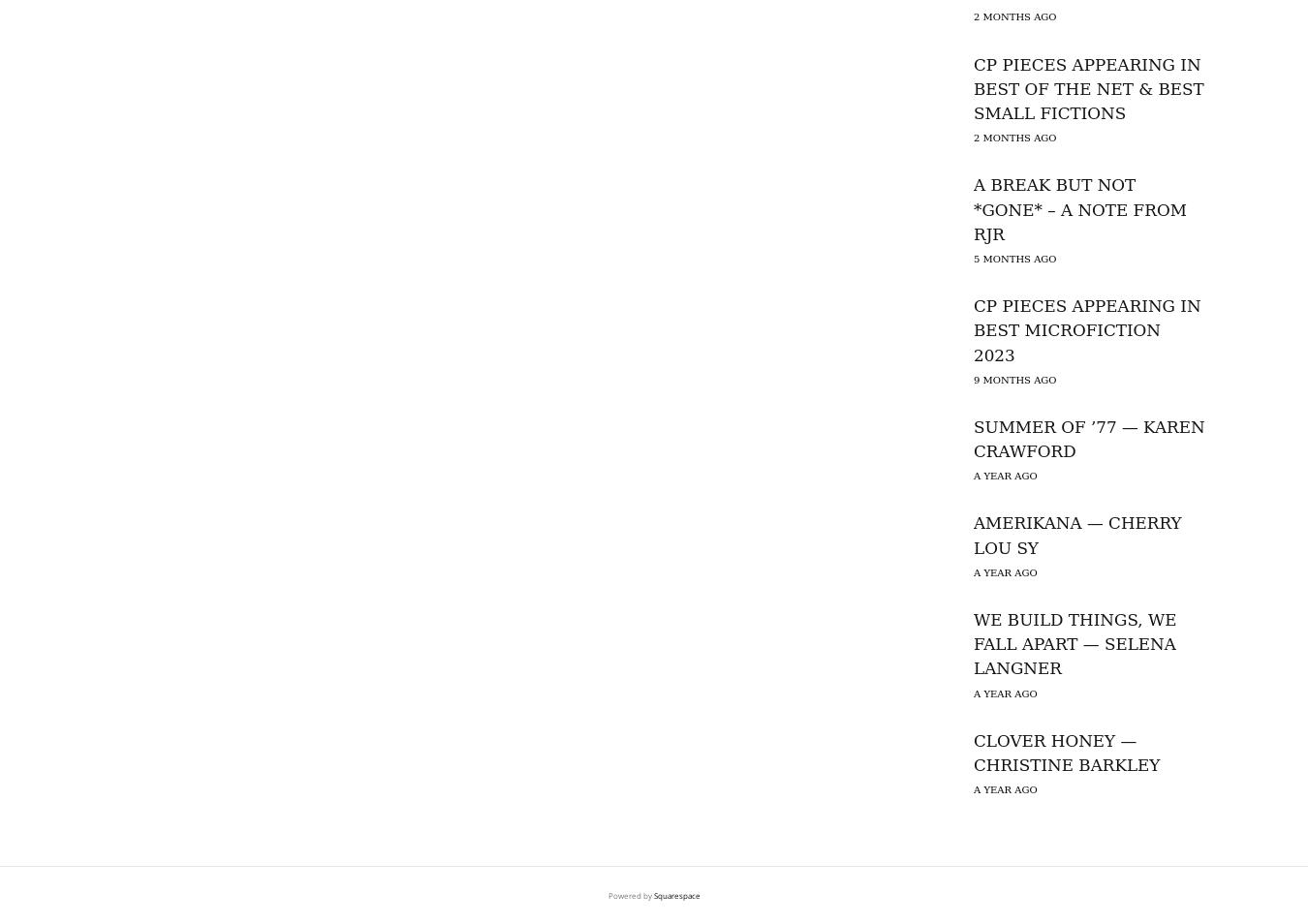 The width and height of the screenshot is (1308, 924). What do you see at coordinates (1014, 258) in the screenshot?
I see `'5 months ago'` at bounding box center [1014, 258].